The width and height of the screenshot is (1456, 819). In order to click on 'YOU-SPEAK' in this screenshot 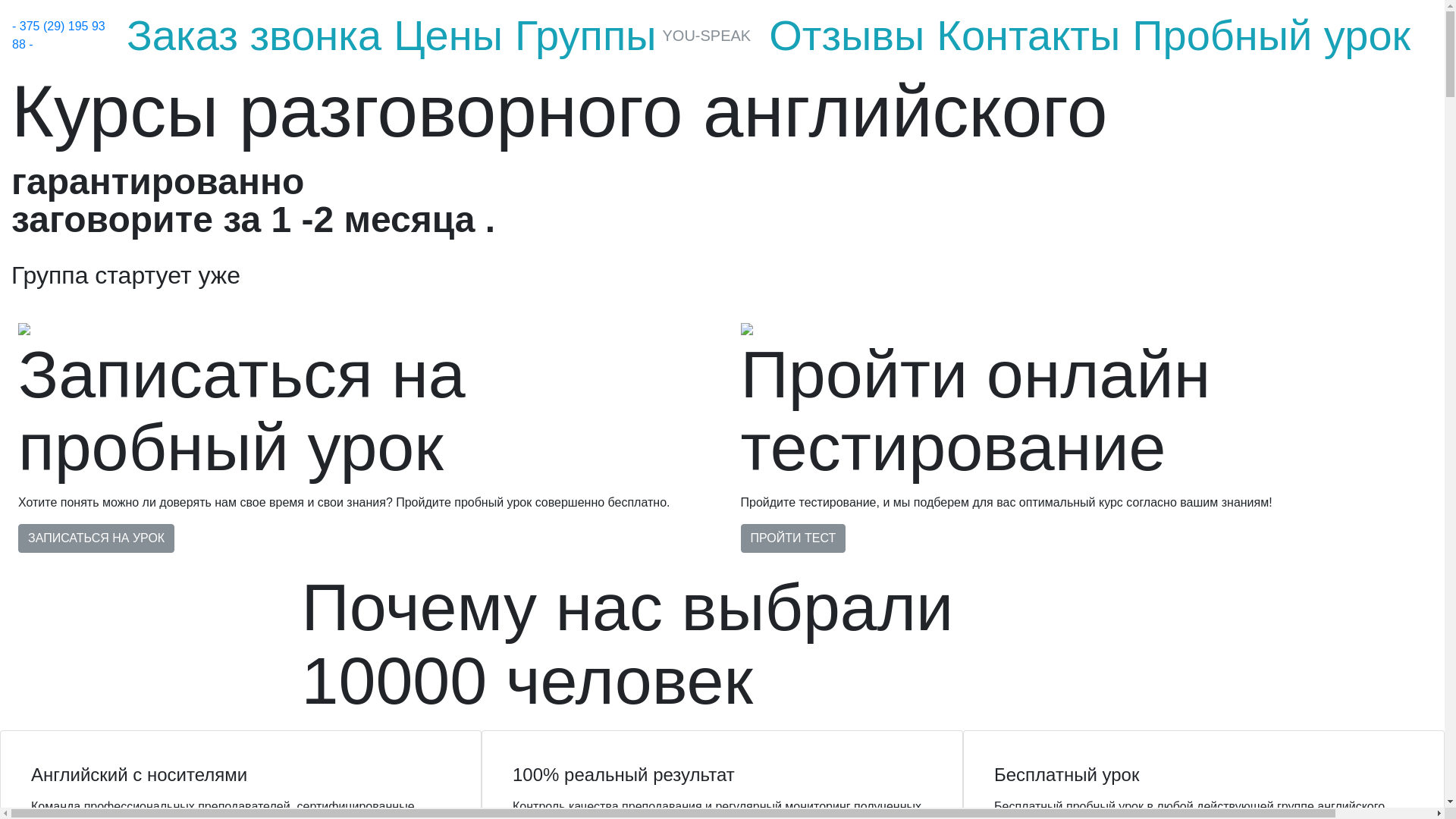, I will do `click(662, 34)`.